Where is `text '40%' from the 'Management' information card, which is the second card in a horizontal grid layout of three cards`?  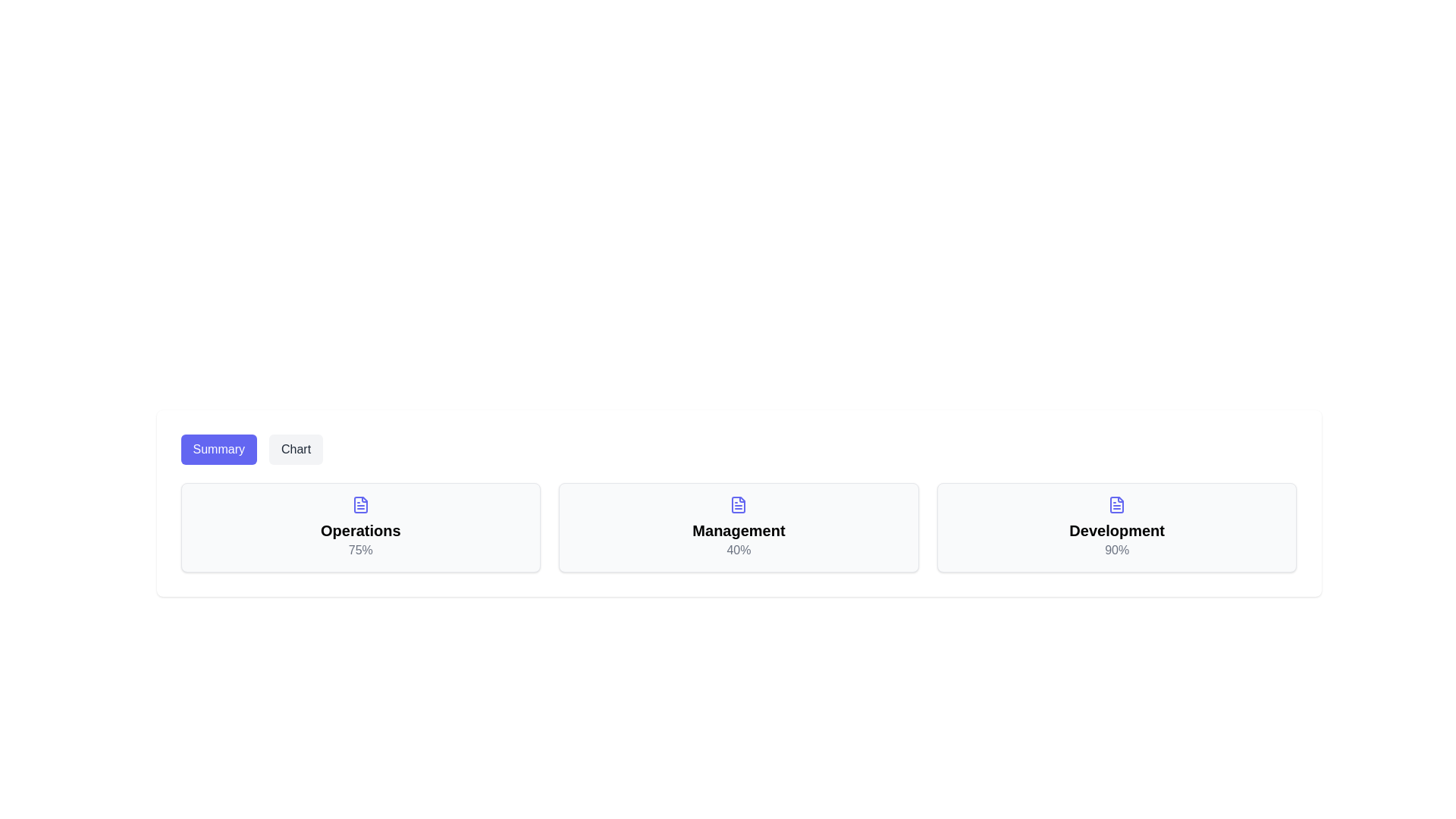
text '40%' from the 'Management' information card, which is the second card in a horizontal grid layout of three cards is located at coordinates (739, 526).